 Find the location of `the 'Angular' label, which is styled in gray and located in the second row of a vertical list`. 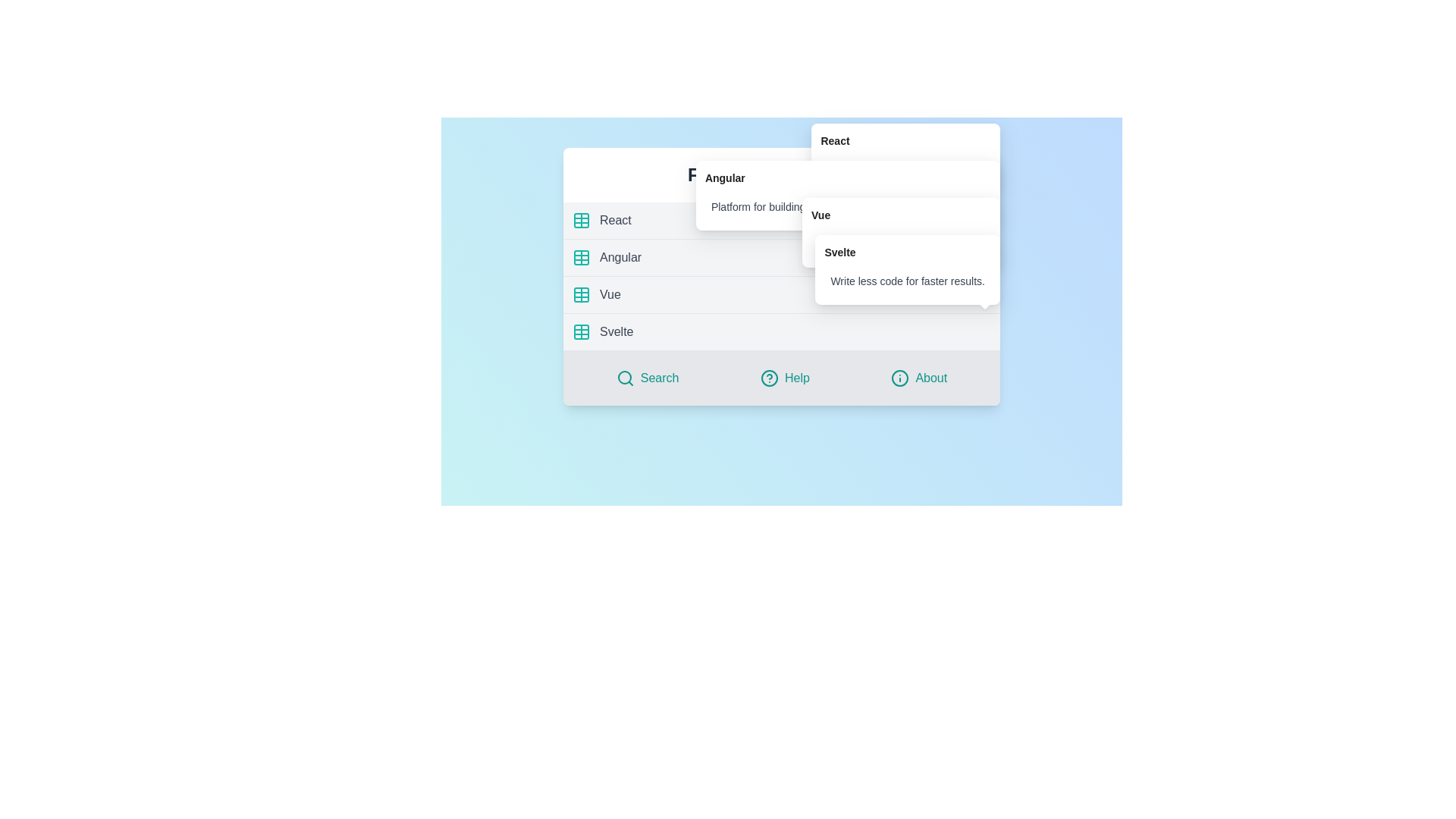

the 'Angular' label, which is styled in gray and located in the second row of a vertical list is located at coordinates (620, 256).